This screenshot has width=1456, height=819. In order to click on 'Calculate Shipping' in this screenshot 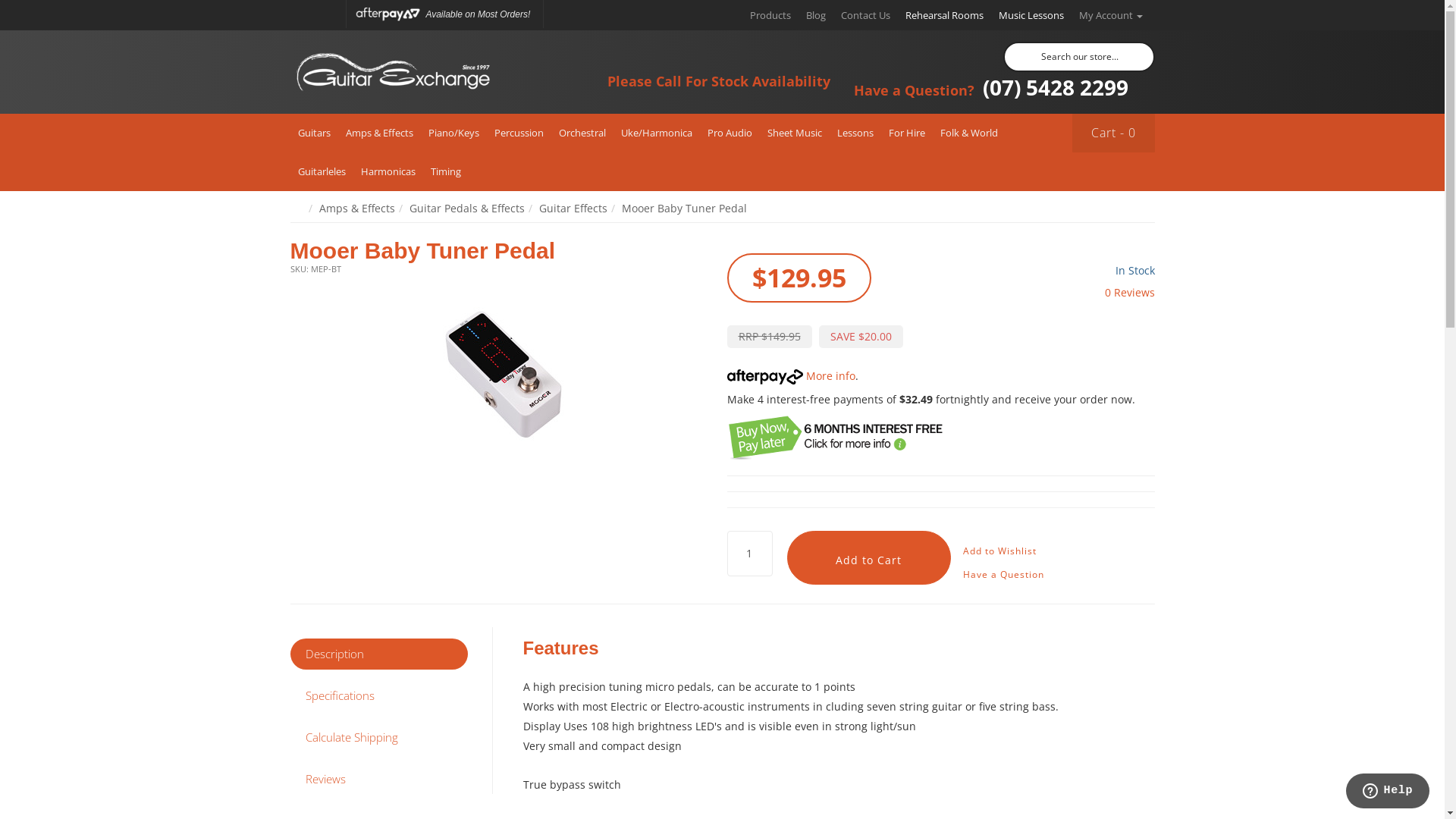, I will do `click(378, 736)`.